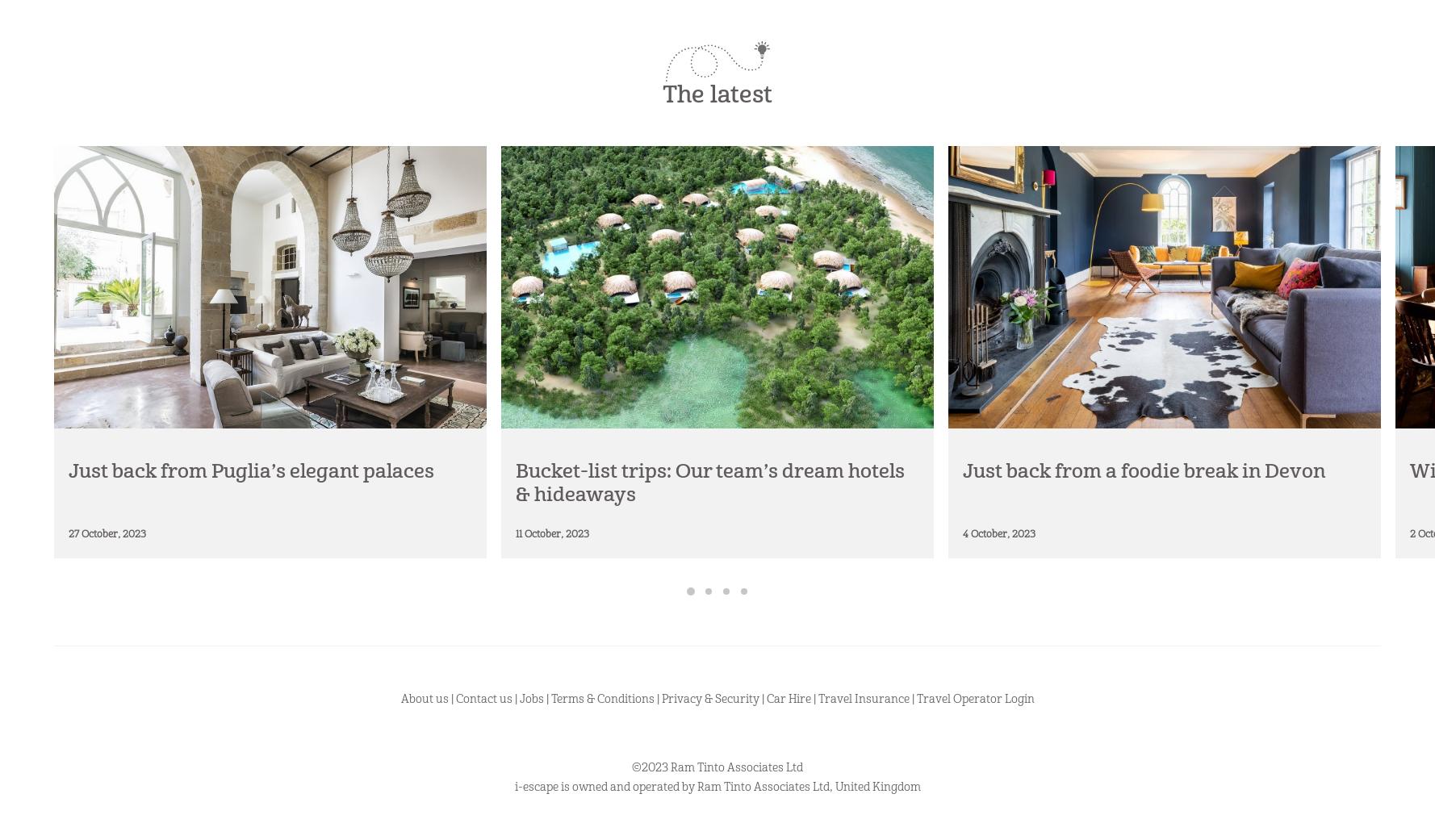 The height and width of the screenshot is (840, 1435). Describe the element at coordinates (709, 483) in the screenshot. I see `'Bucket-list trips: Our team’s dream hotels & hideaways'` at that location.